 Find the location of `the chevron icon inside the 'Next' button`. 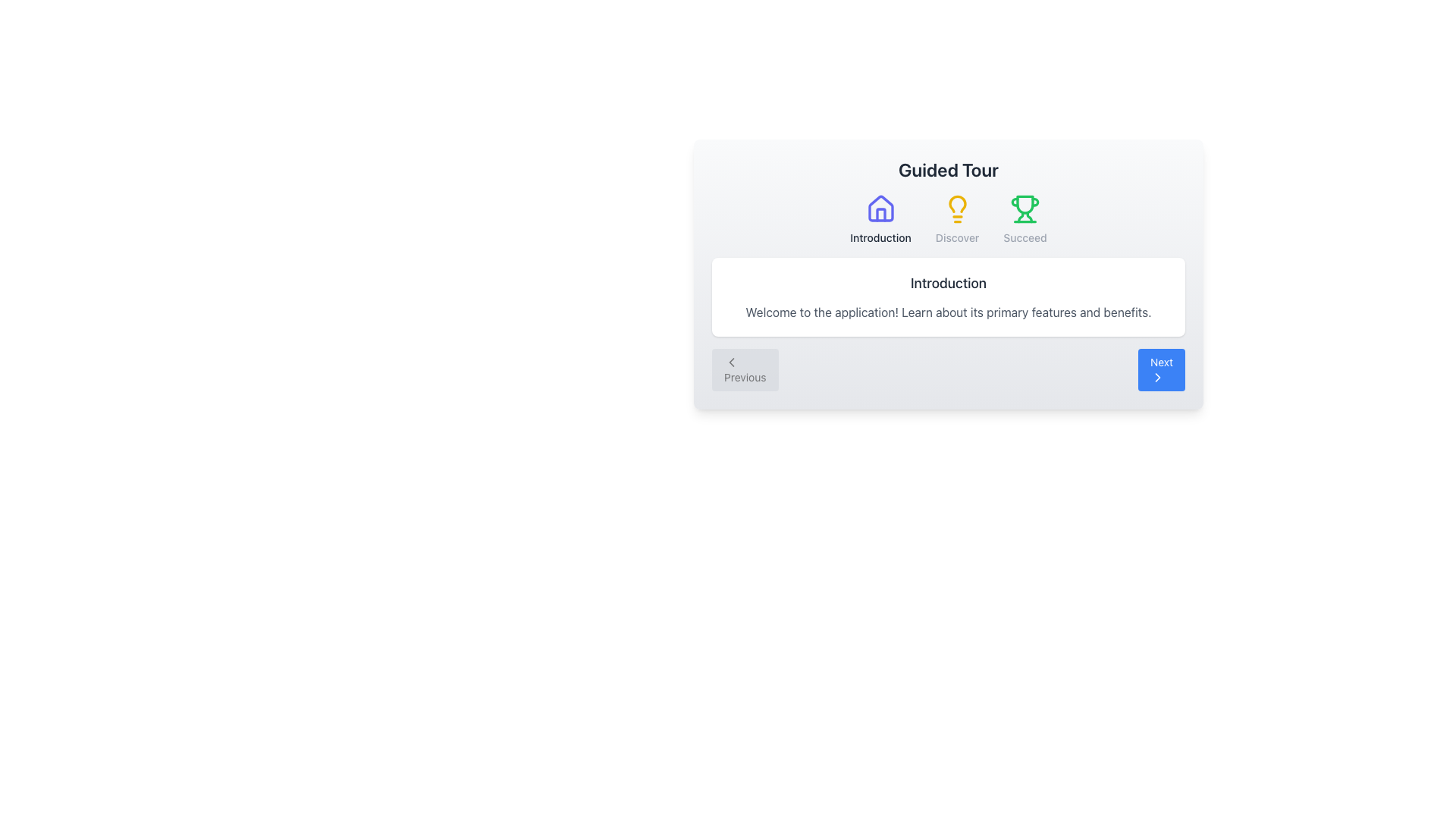

the chevron icon inside the 'Next' button is located at coordinates (1156, 376).